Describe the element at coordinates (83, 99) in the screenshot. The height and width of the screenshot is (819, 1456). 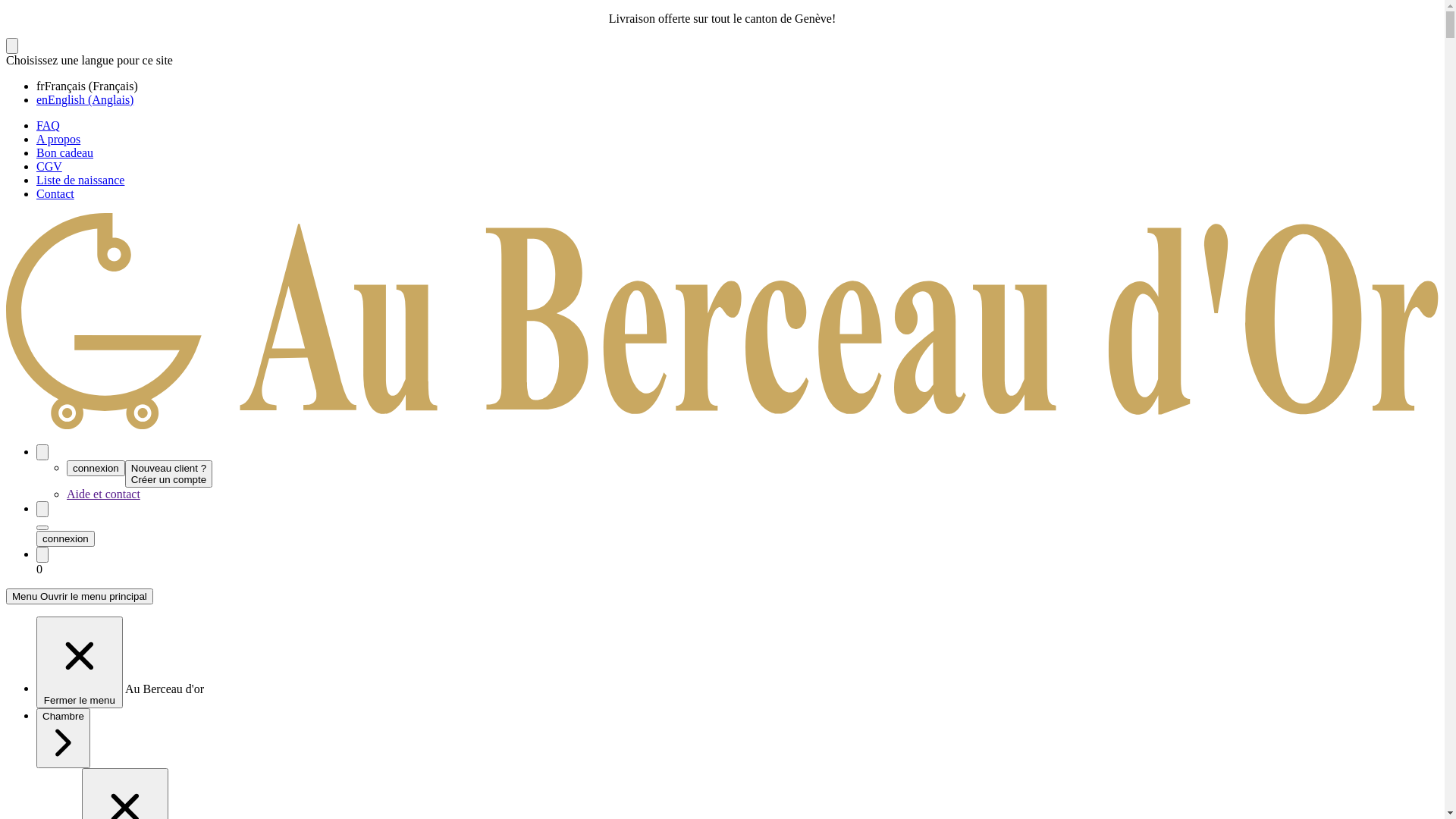
I see `'enEnglish (Anglais)'` at that location.